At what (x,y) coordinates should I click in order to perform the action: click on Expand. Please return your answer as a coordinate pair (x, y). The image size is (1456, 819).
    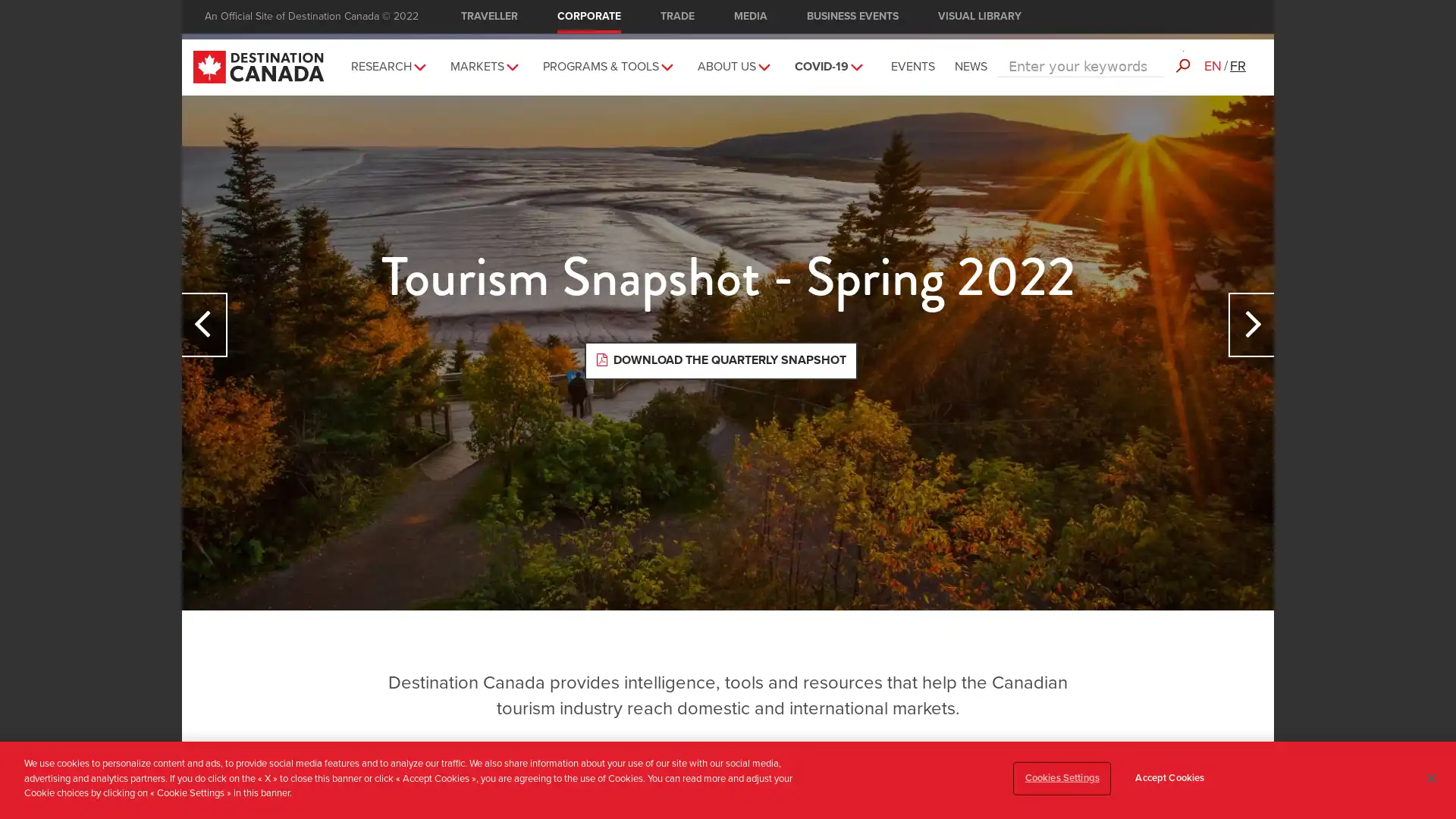
    Looking at the image, I should click on (509, 61).